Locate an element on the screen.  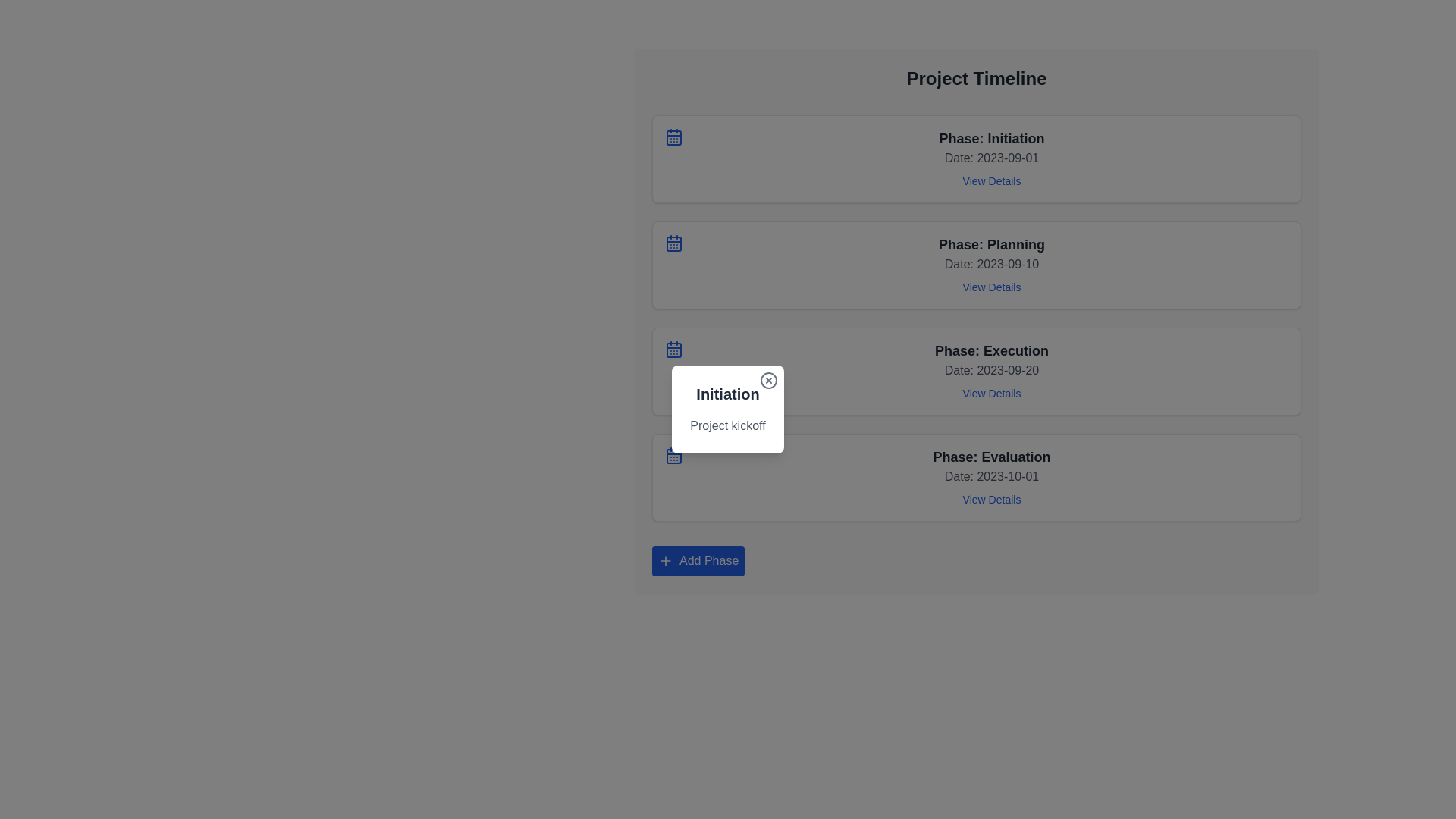
the interactive text link for the 'Evaluation' phase is located at coordinates (992, 500).